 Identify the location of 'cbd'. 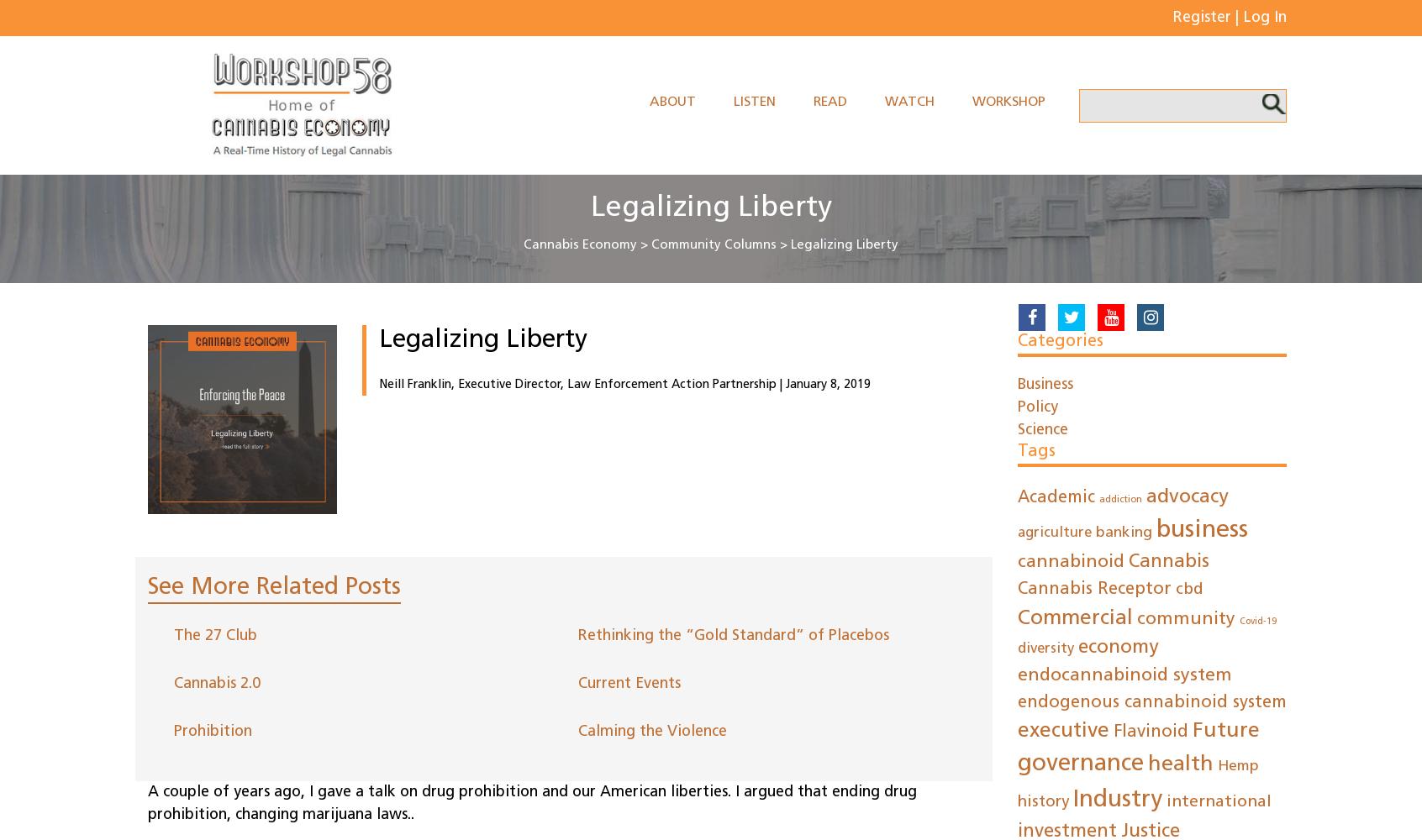
(1175, 589).